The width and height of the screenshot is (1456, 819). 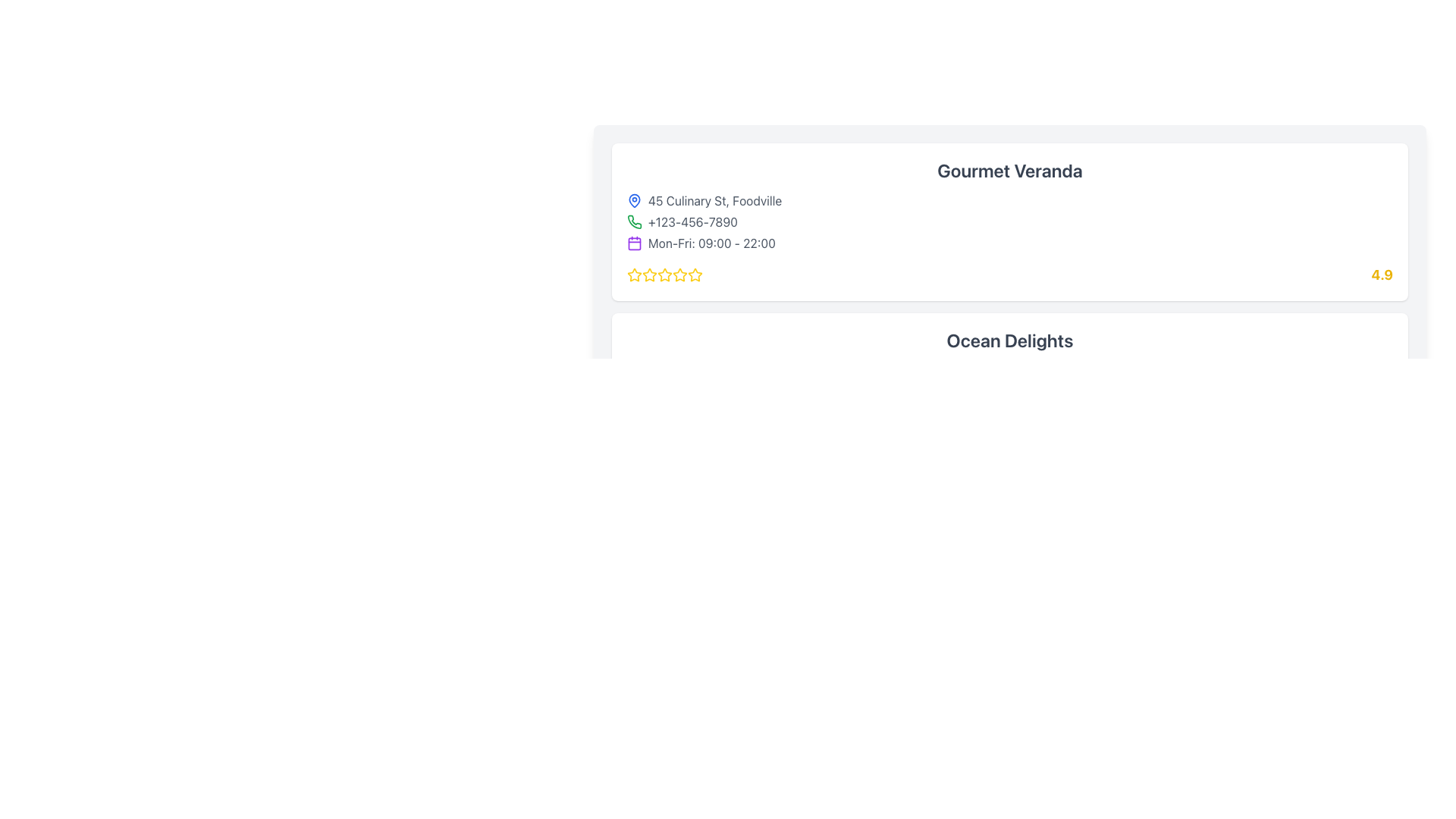 I want to click on the small green phone icon with a classic telephone handset design, located to the left of the text '+123-456-7890', so click(x=634, y=222).